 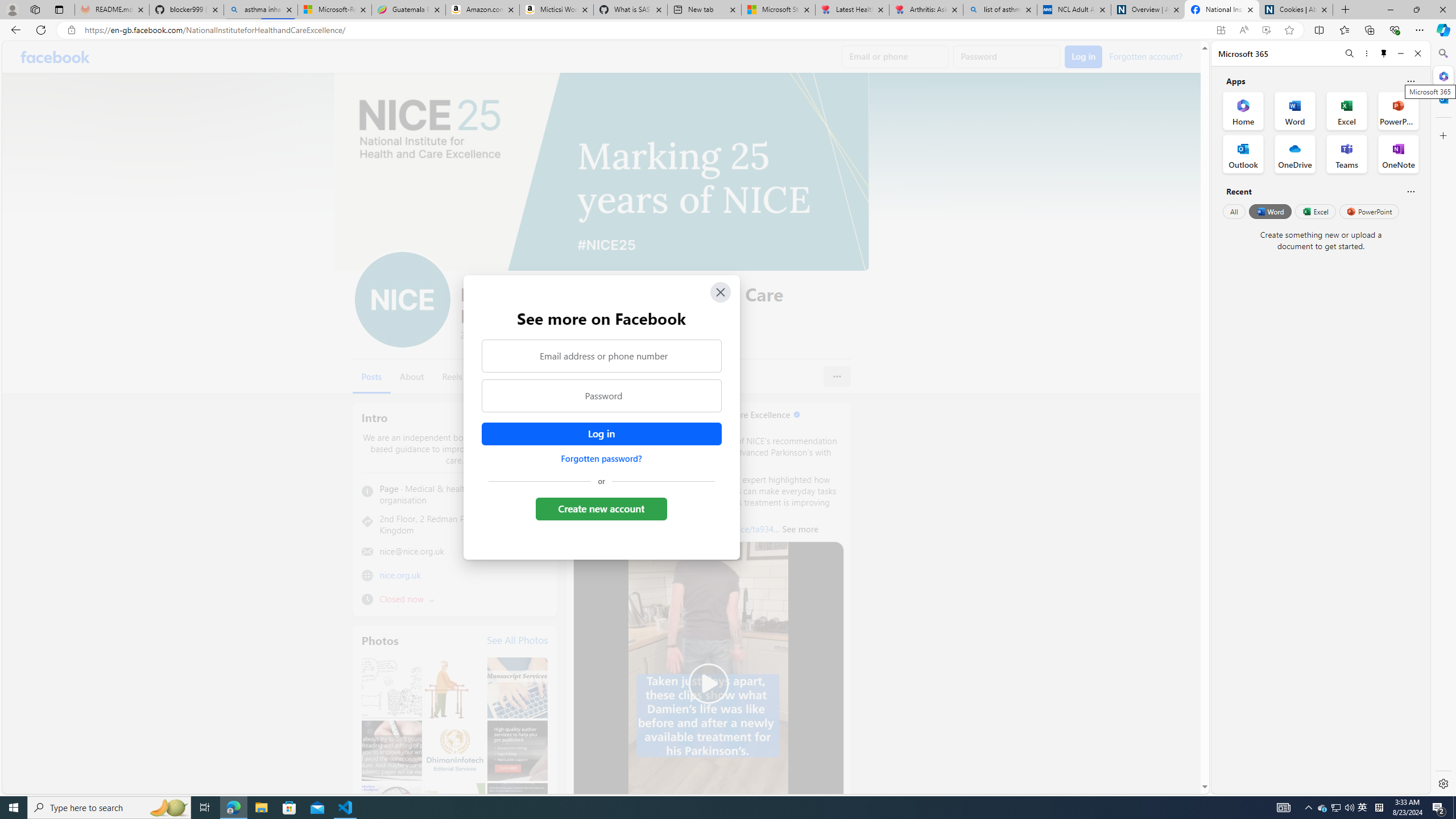 I want to click on 'PowerPoint', so click(x=1368, y=211).